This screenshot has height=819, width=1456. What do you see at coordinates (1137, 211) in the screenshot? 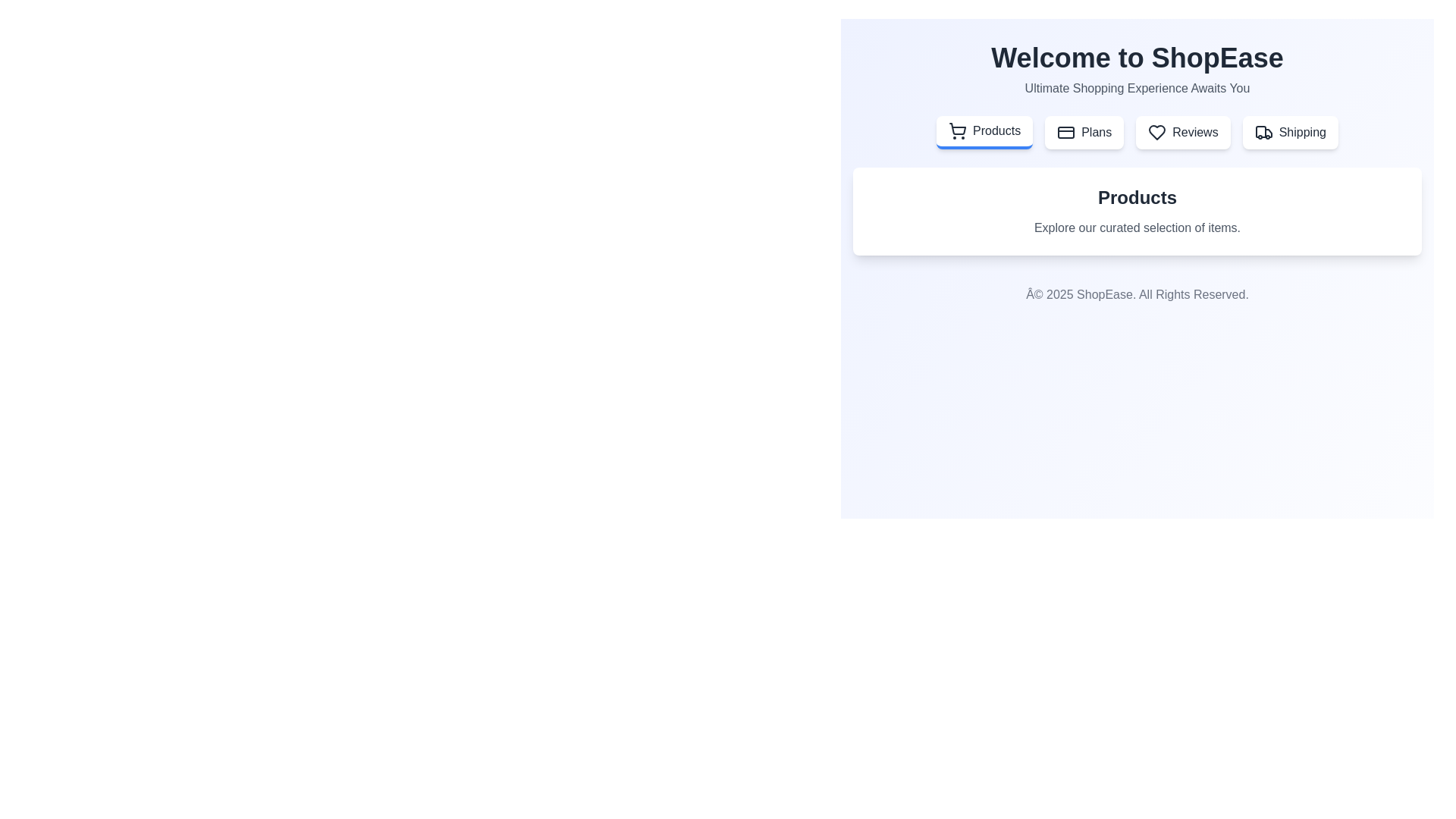
I see `the 'Products' text element within the white rectangular card that has rounded corners and a subtle shadow, which includes a bold heading and a subtitle, positioned centrally below a row of buttons` at bounding box center [1137, 211].